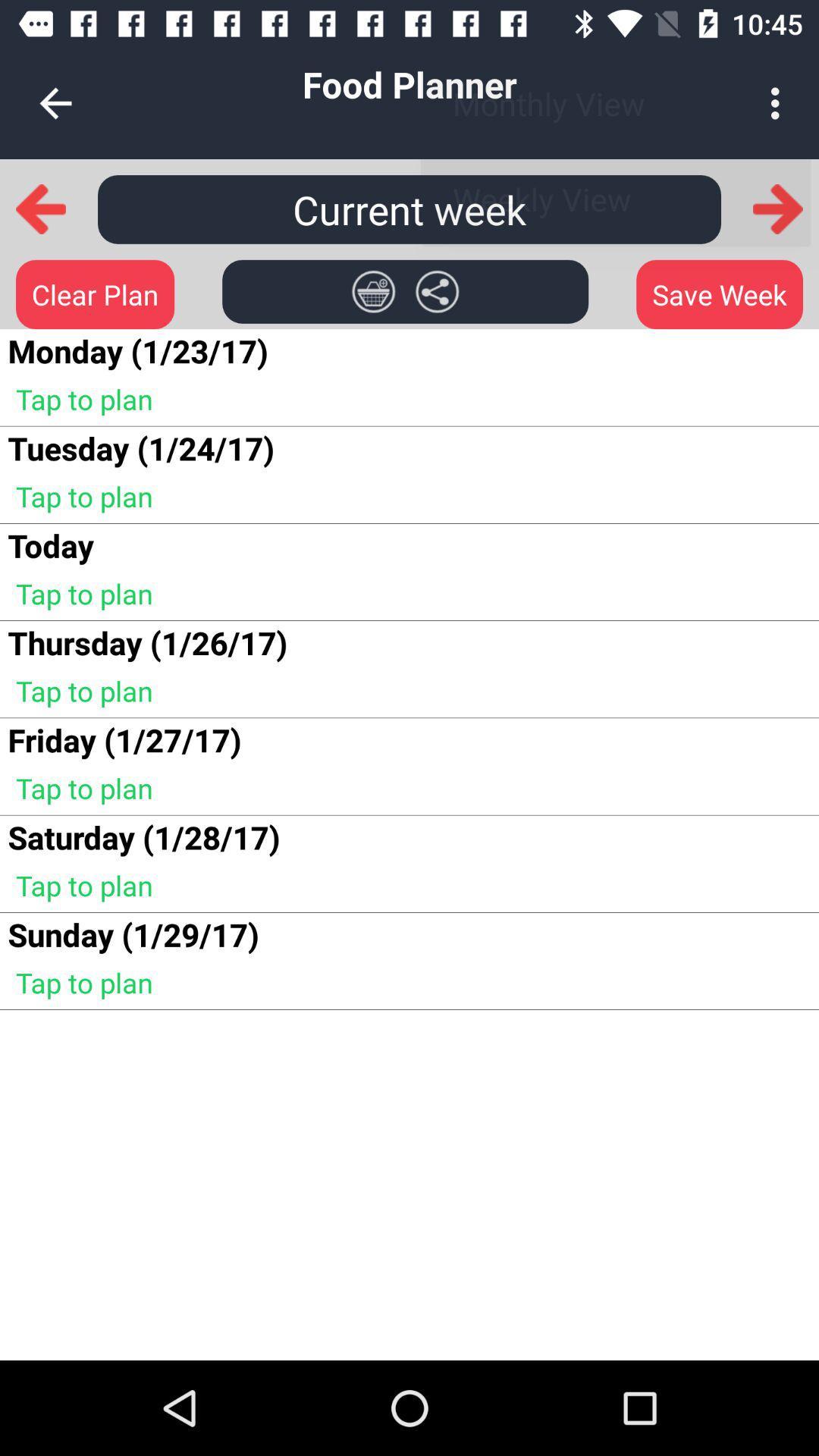  I want to click on the item to the right of the food planner item, so click(779, 102).